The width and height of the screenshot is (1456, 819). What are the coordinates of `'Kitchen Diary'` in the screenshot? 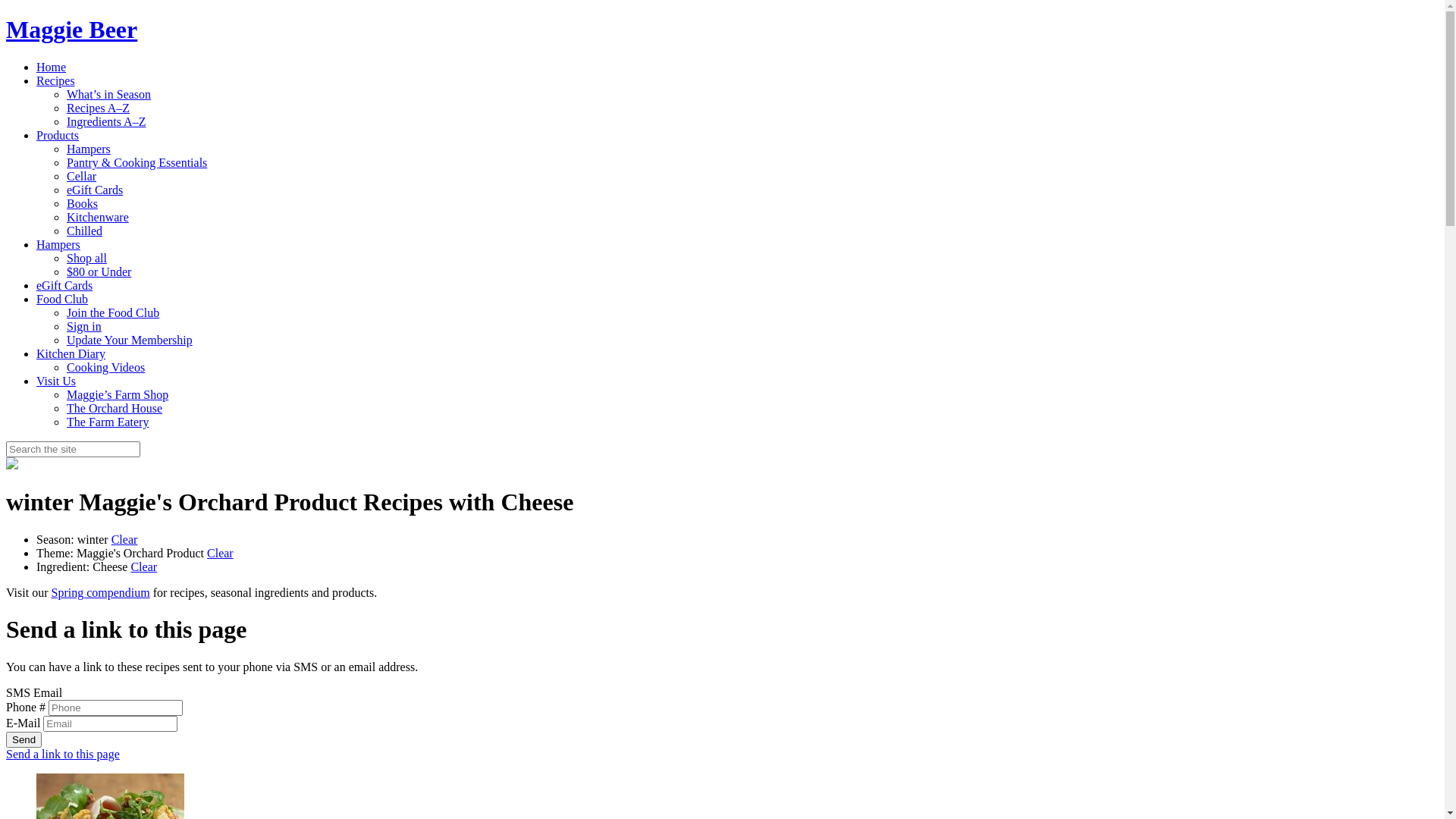 It's located at (70, 353).